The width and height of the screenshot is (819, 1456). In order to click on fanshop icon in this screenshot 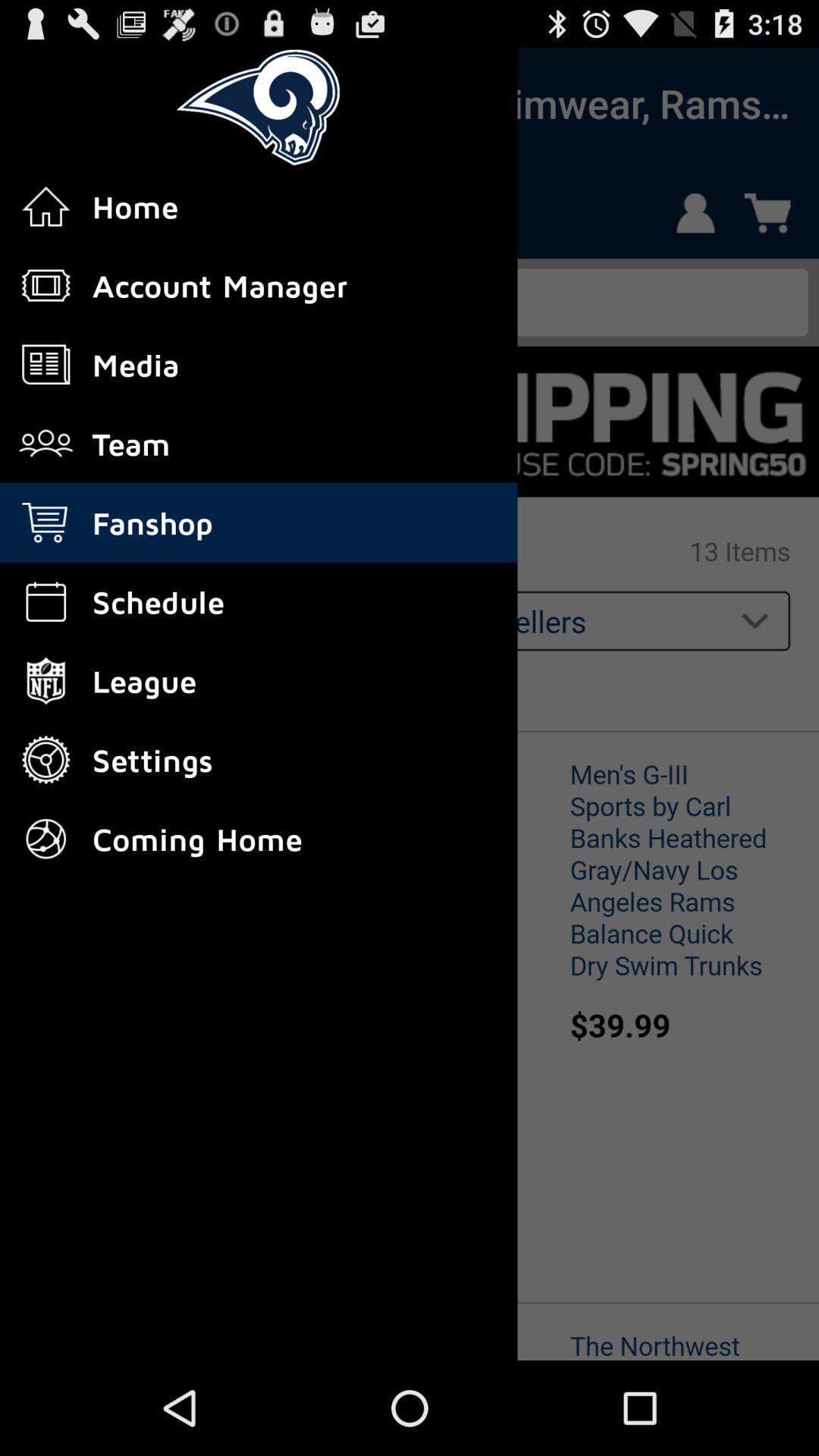, I will do `click(45, 522)`.